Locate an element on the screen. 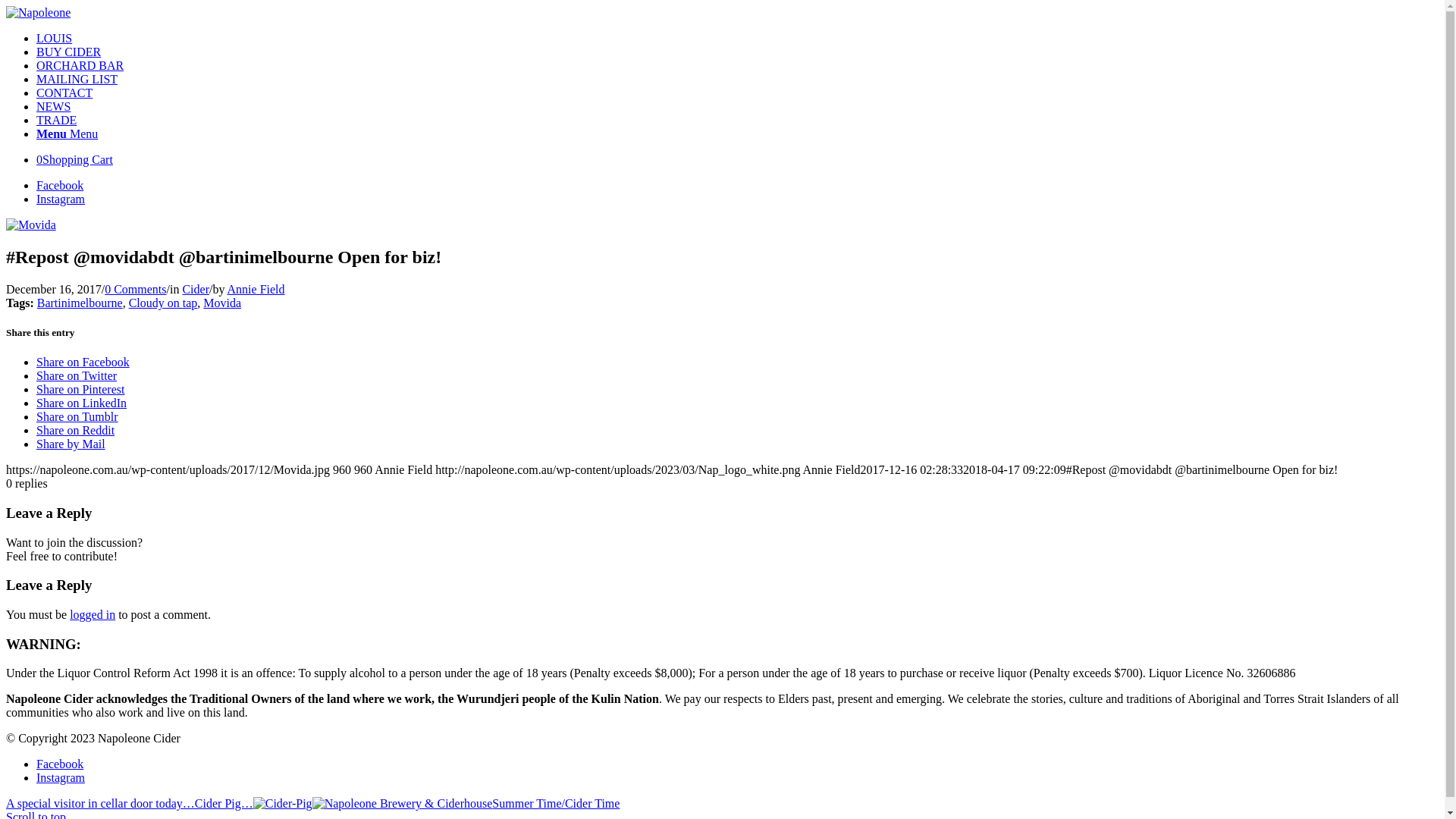 The width and height of the screenshot is (1456, 819). 'BUY CIDER' is located at coordinates (67, 51).